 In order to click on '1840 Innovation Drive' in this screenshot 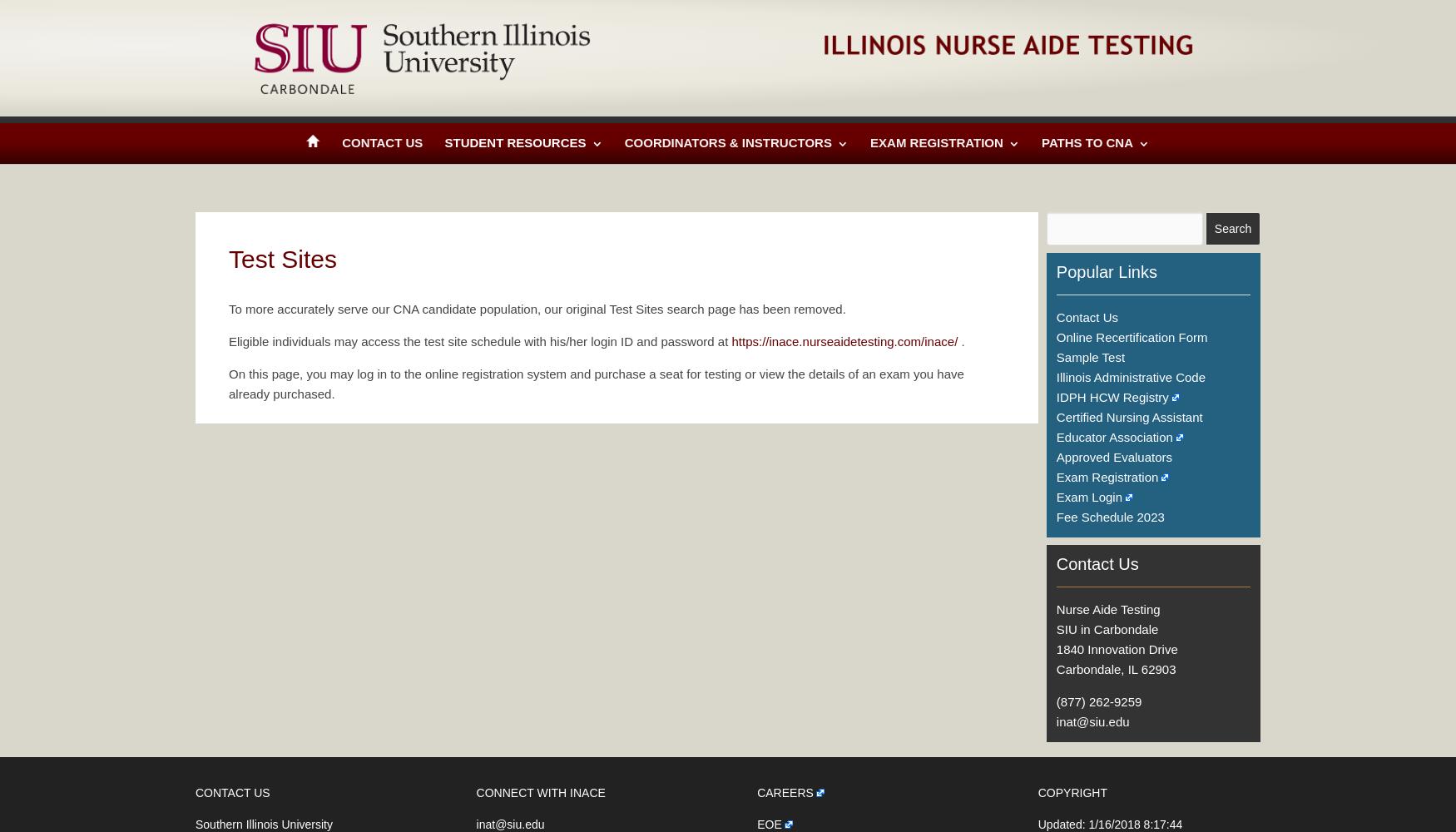, I will do `click(1054, 649)`.